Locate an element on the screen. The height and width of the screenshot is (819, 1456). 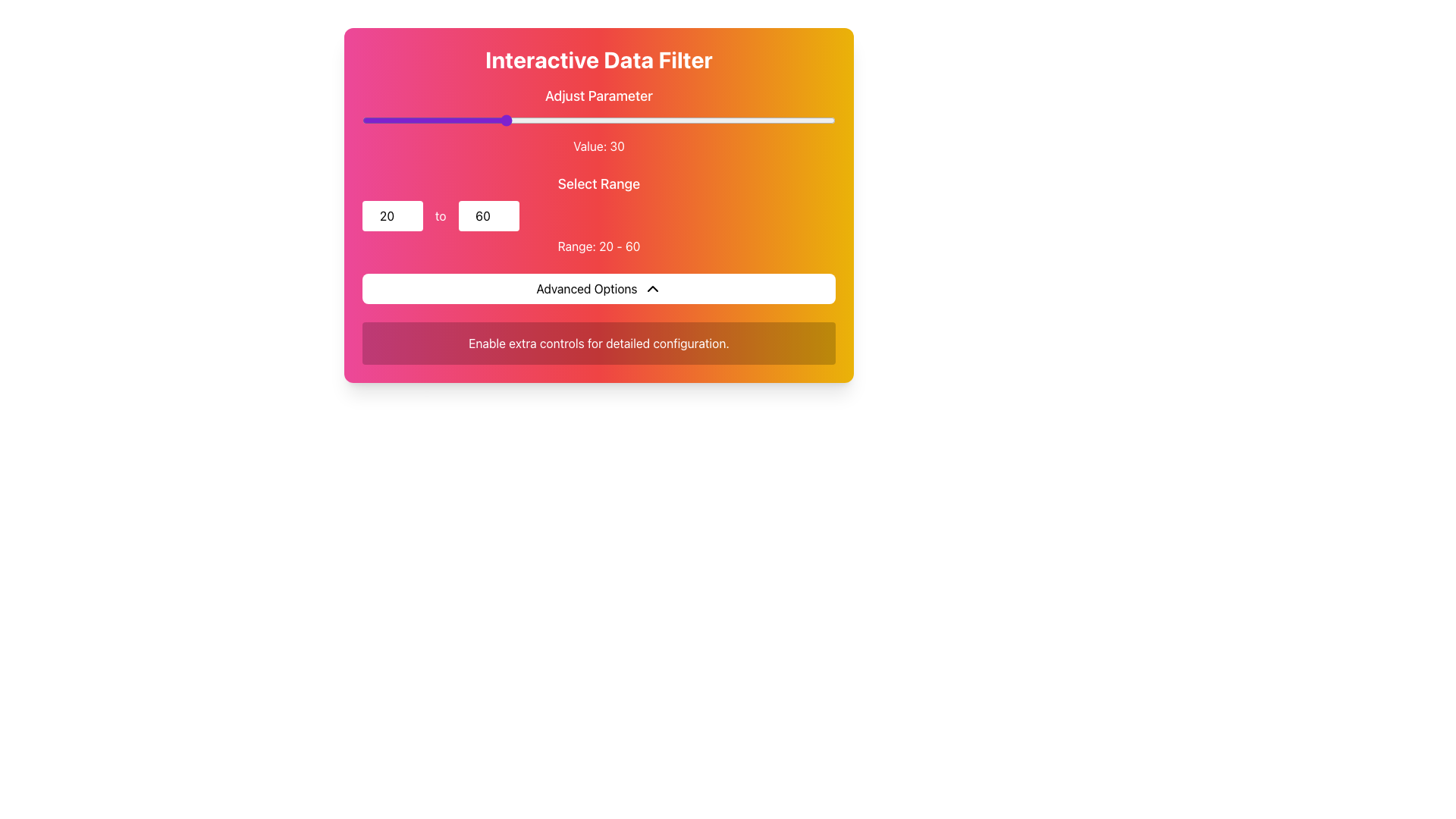
the parameter is located at coordinates (381, 119).